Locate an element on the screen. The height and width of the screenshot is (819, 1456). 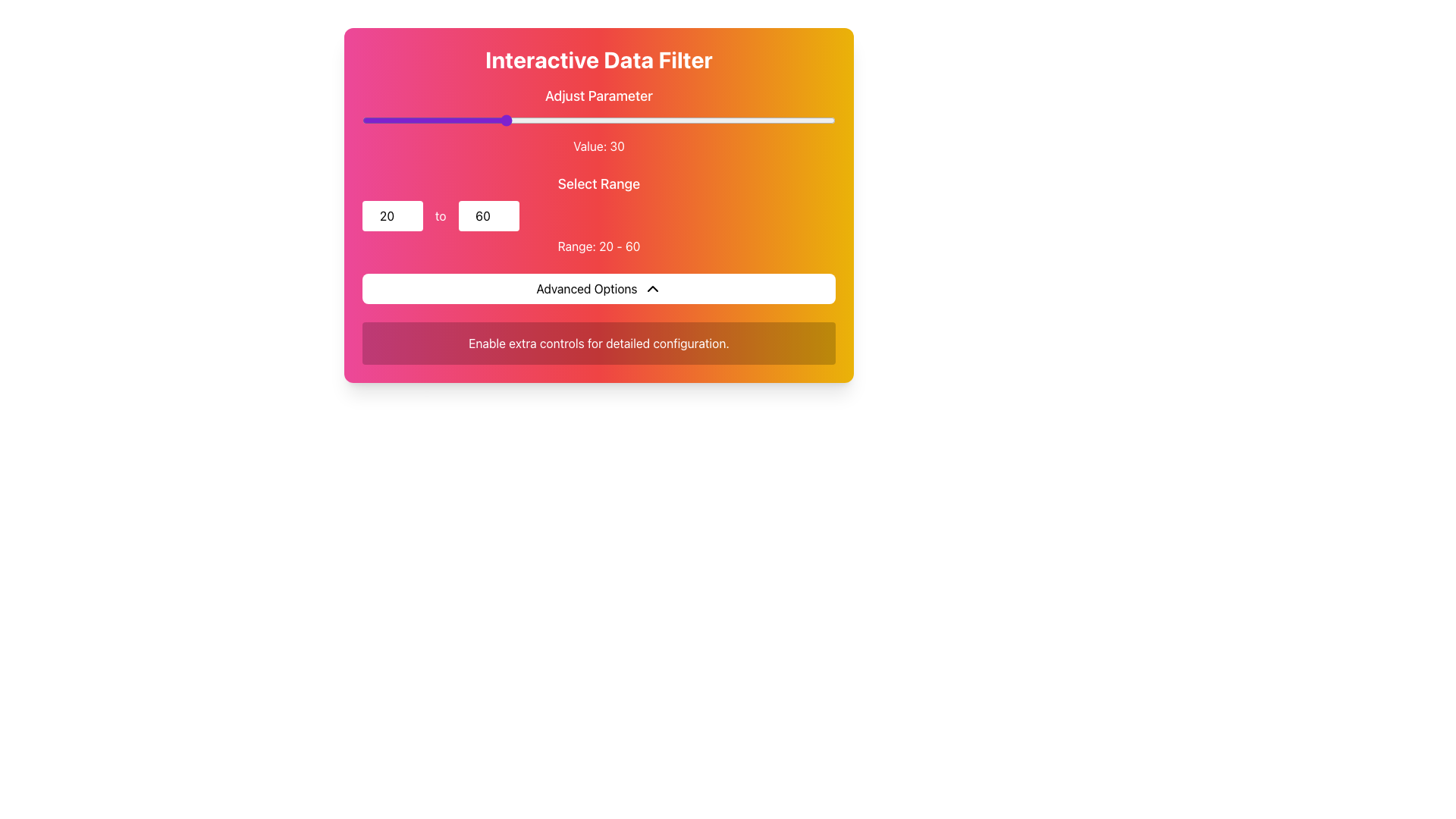
the parameter is located at coordinates (381, 119).